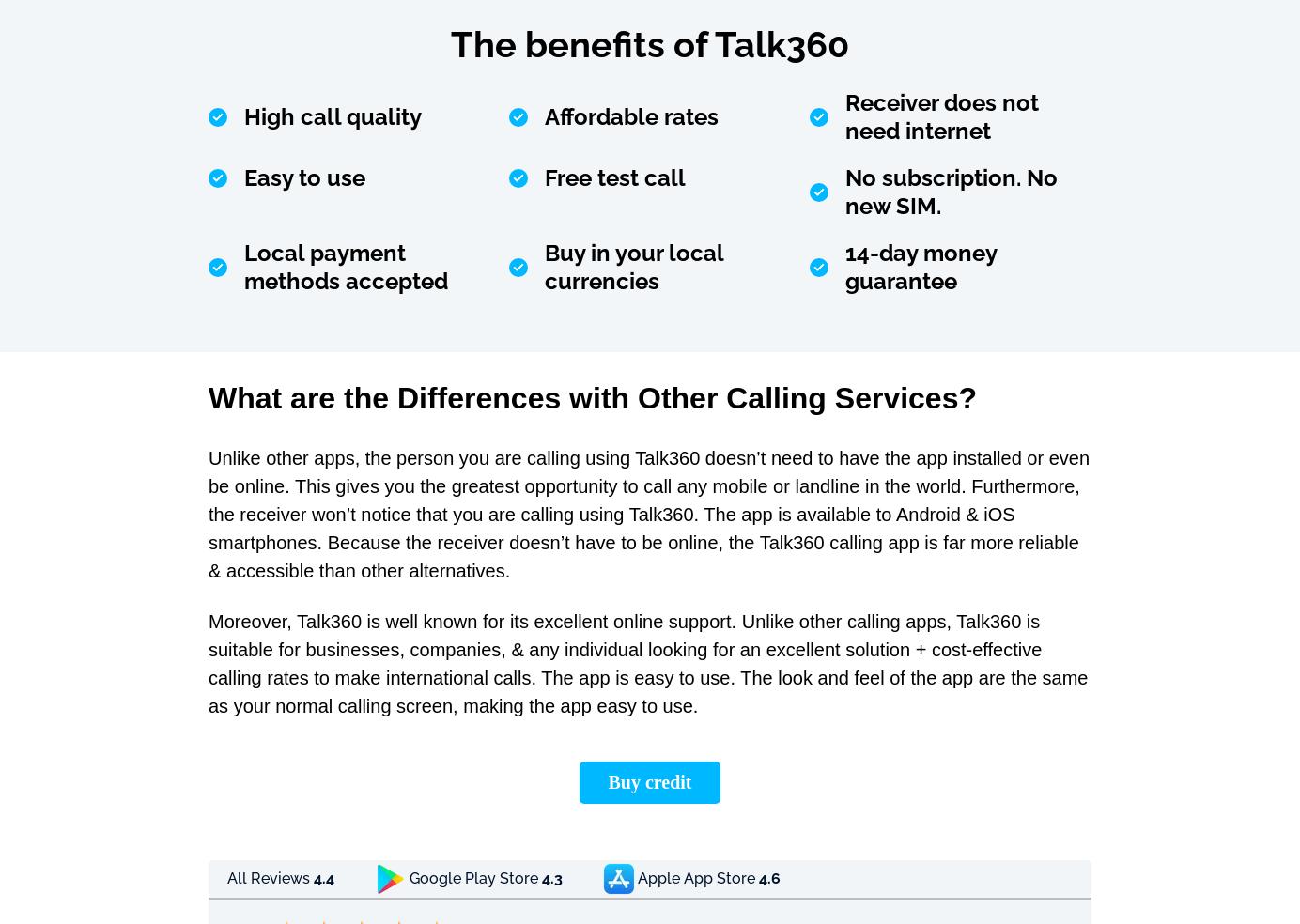 Image resolution: width=1300 pixels, height=924 pixels. I want to click on 'Easy to use', so click(304, 177).